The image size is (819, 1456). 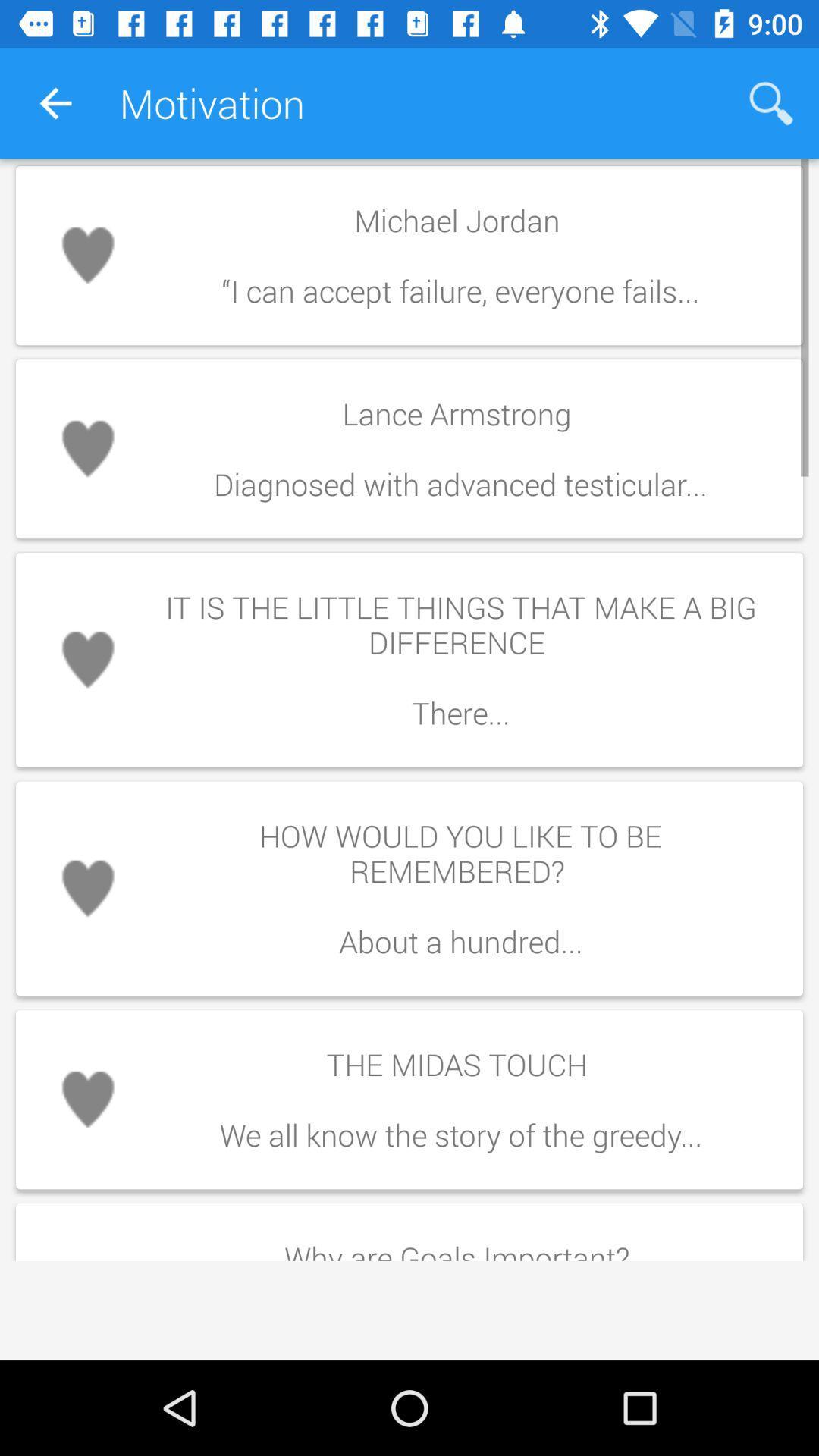 What do you see at coordinates (460, 1244) in the screenshot?
I see `the why are goals icon` at bounding box center [460, 1244].